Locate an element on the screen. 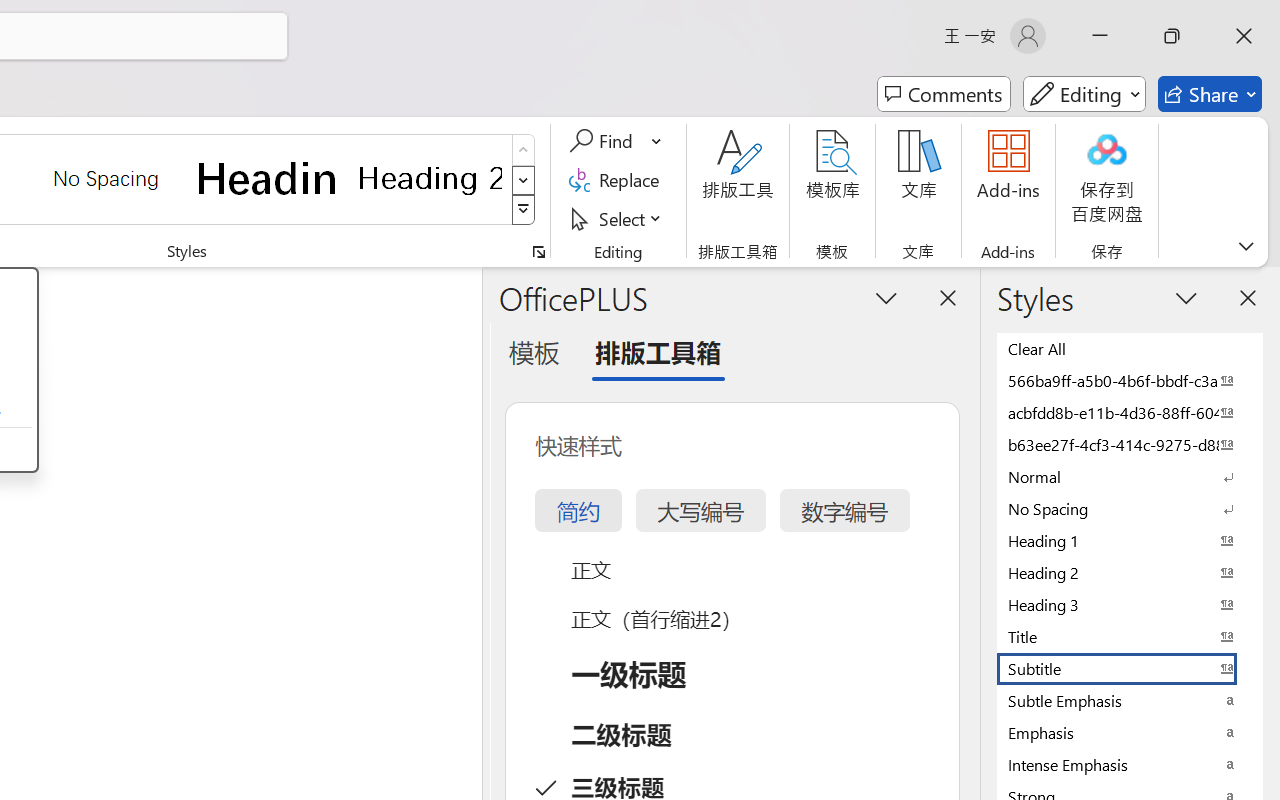  'Replace...' is located at coordinates (616, 179).